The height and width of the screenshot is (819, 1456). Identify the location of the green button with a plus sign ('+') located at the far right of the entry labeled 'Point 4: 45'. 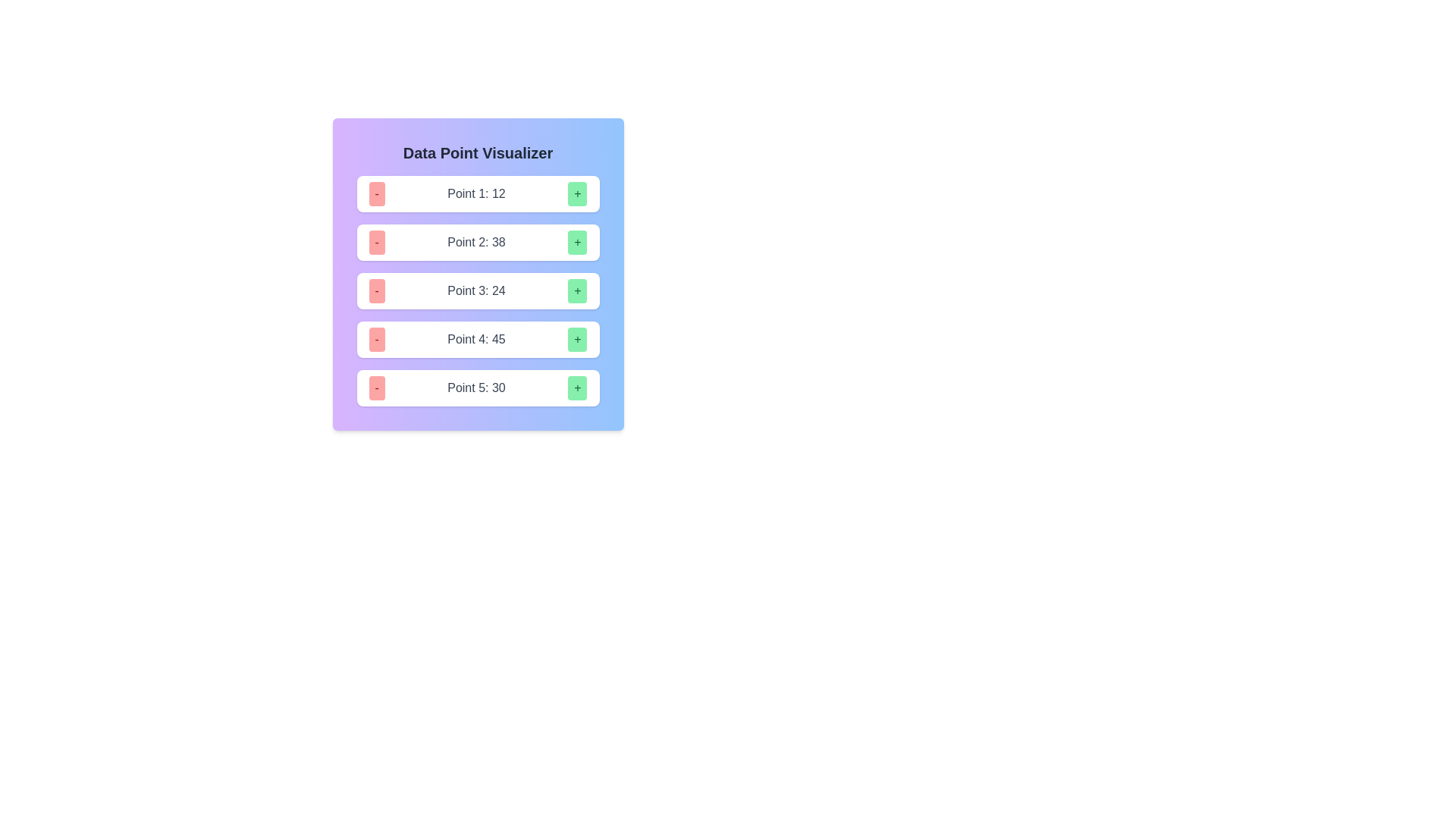
(576, 338).